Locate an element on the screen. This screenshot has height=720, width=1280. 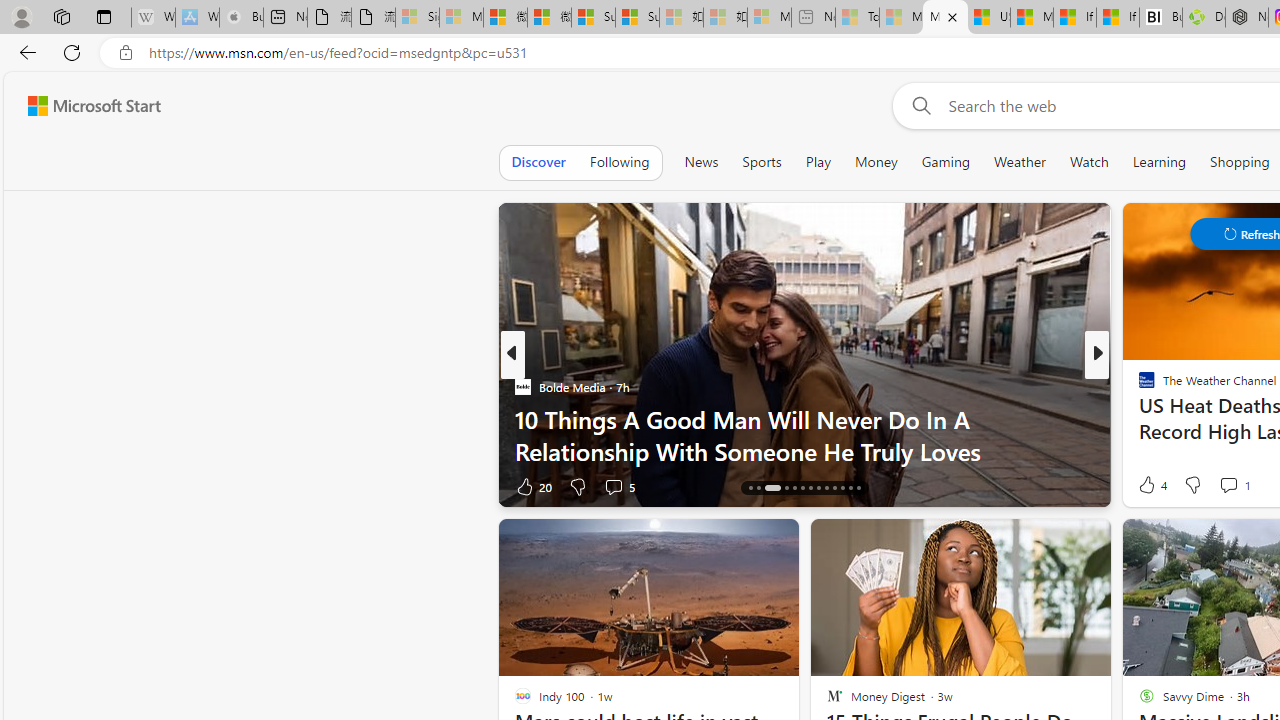
'AutomationID: tab-25' is located at coordinates (850, 488).